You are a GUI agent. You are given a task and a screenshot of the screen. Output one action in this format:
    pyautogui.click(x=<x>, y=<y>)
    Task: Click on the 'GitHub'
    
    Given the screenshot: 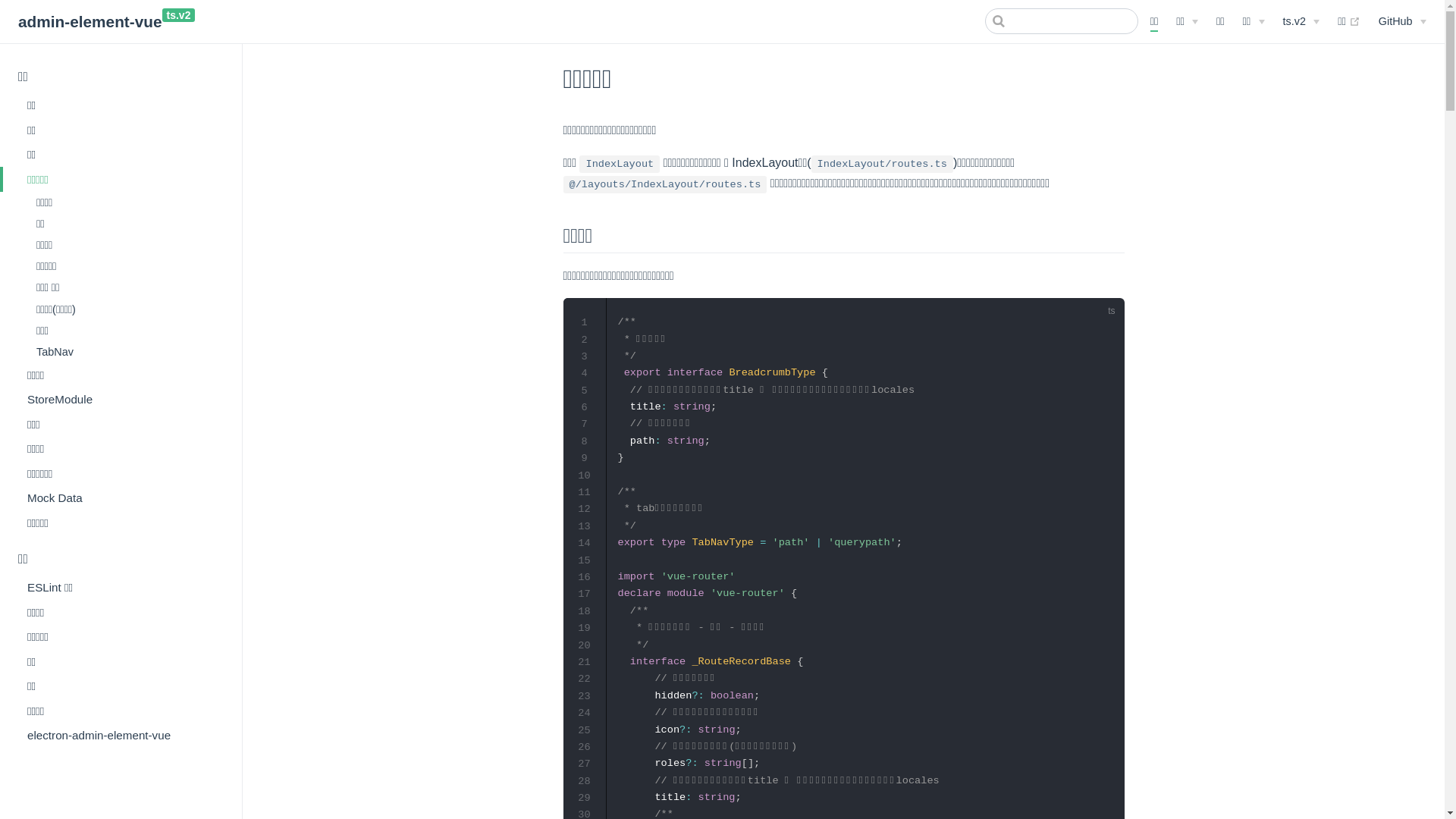 What is the action you would take?
    pyautogui.click(x=1401, y=20)
    